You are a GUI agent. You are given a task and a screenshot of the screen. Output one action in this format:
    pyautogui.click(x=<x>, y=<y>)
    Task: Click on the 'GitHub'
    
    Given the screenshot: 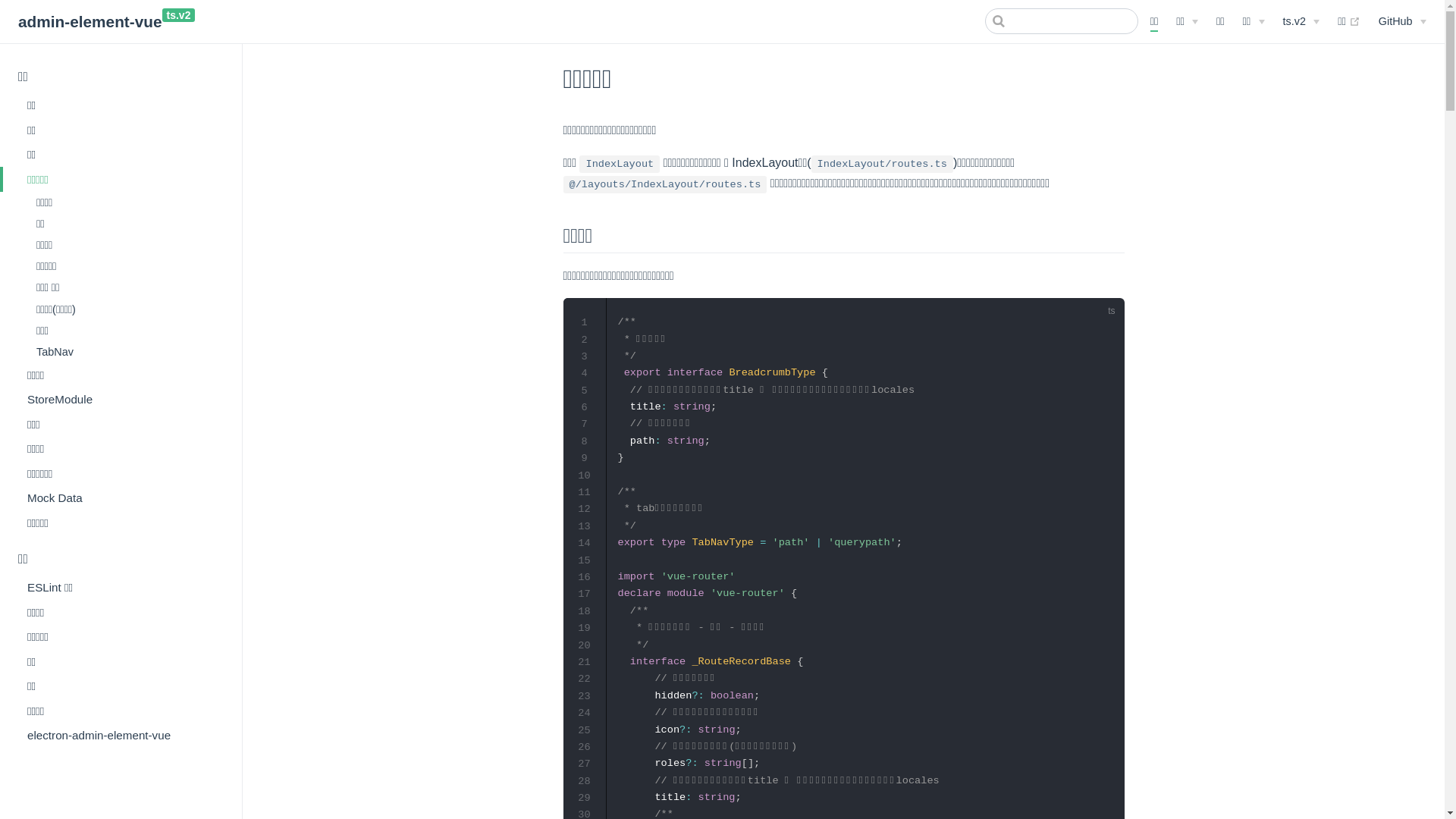 What is the action you would take?
    pyautogui.click(x=1401, y=20)
    